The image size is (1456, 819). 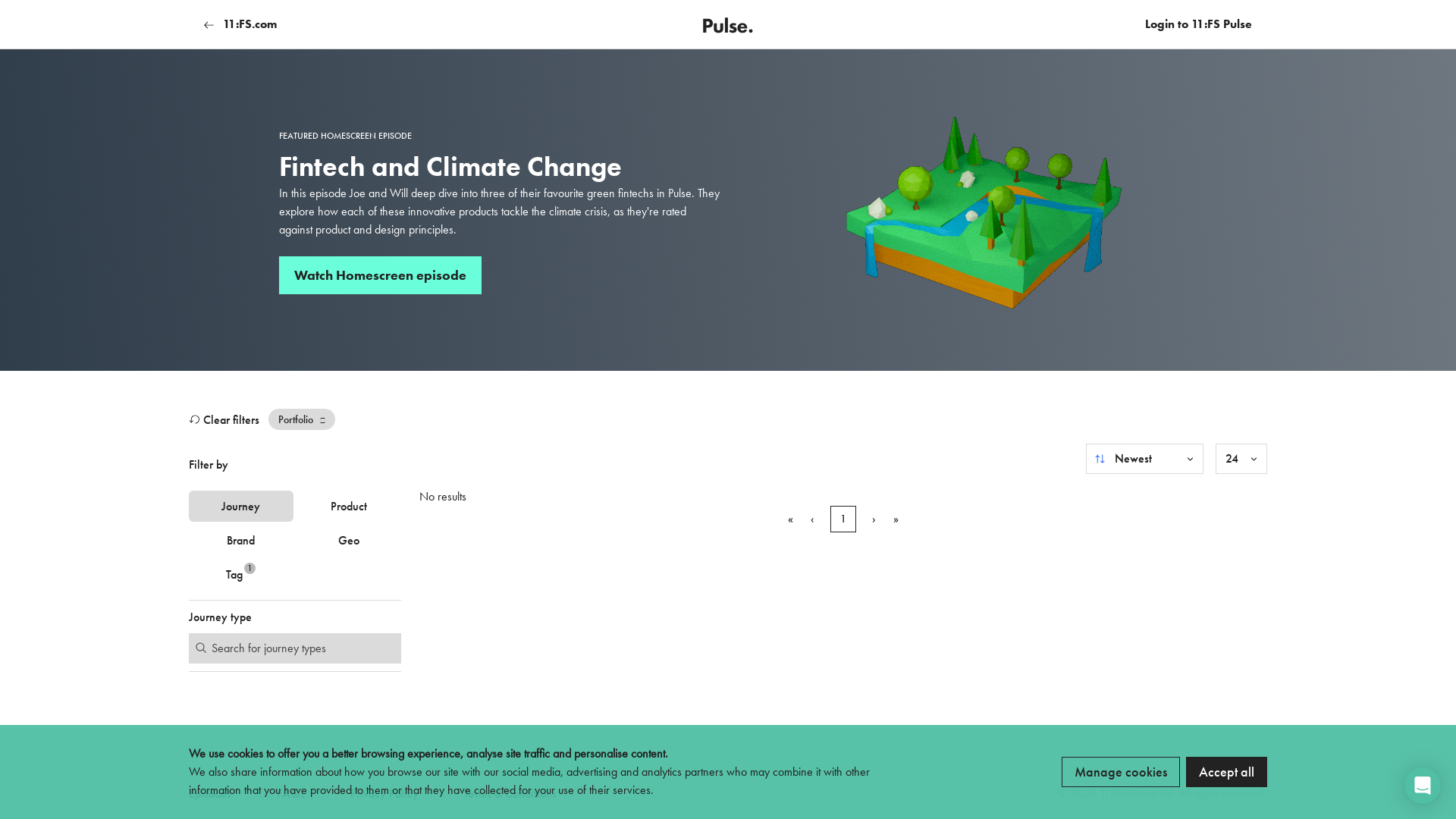 What do you see at coordinates (843, 518) in the screenshot?
I see `'1'` at bounding box center [843, 518].